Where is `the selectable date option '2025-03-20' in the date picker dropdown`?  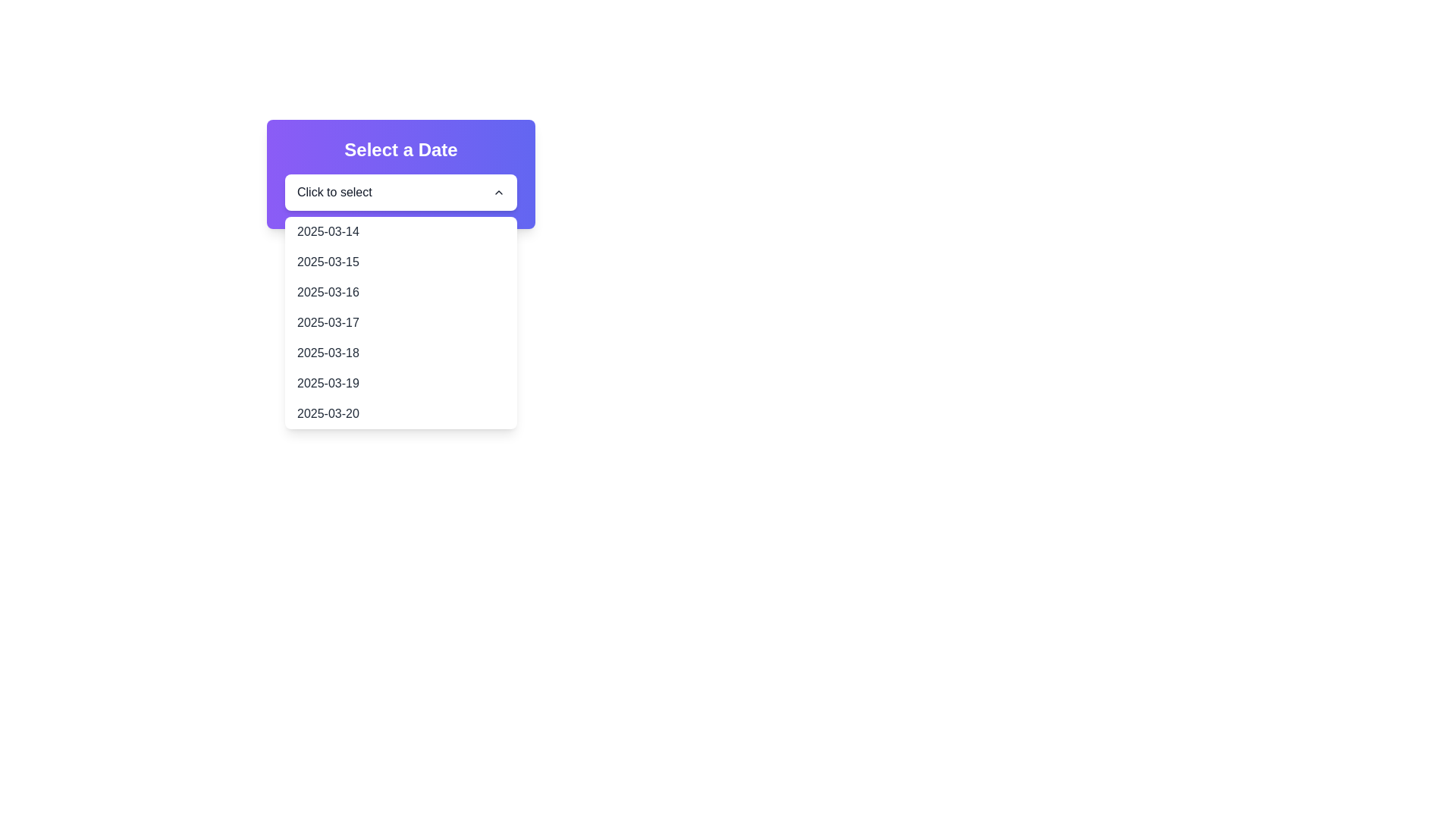
the selectable date option '2025-03-20' in the date picker dropdown is located at coordinates (400, 414).